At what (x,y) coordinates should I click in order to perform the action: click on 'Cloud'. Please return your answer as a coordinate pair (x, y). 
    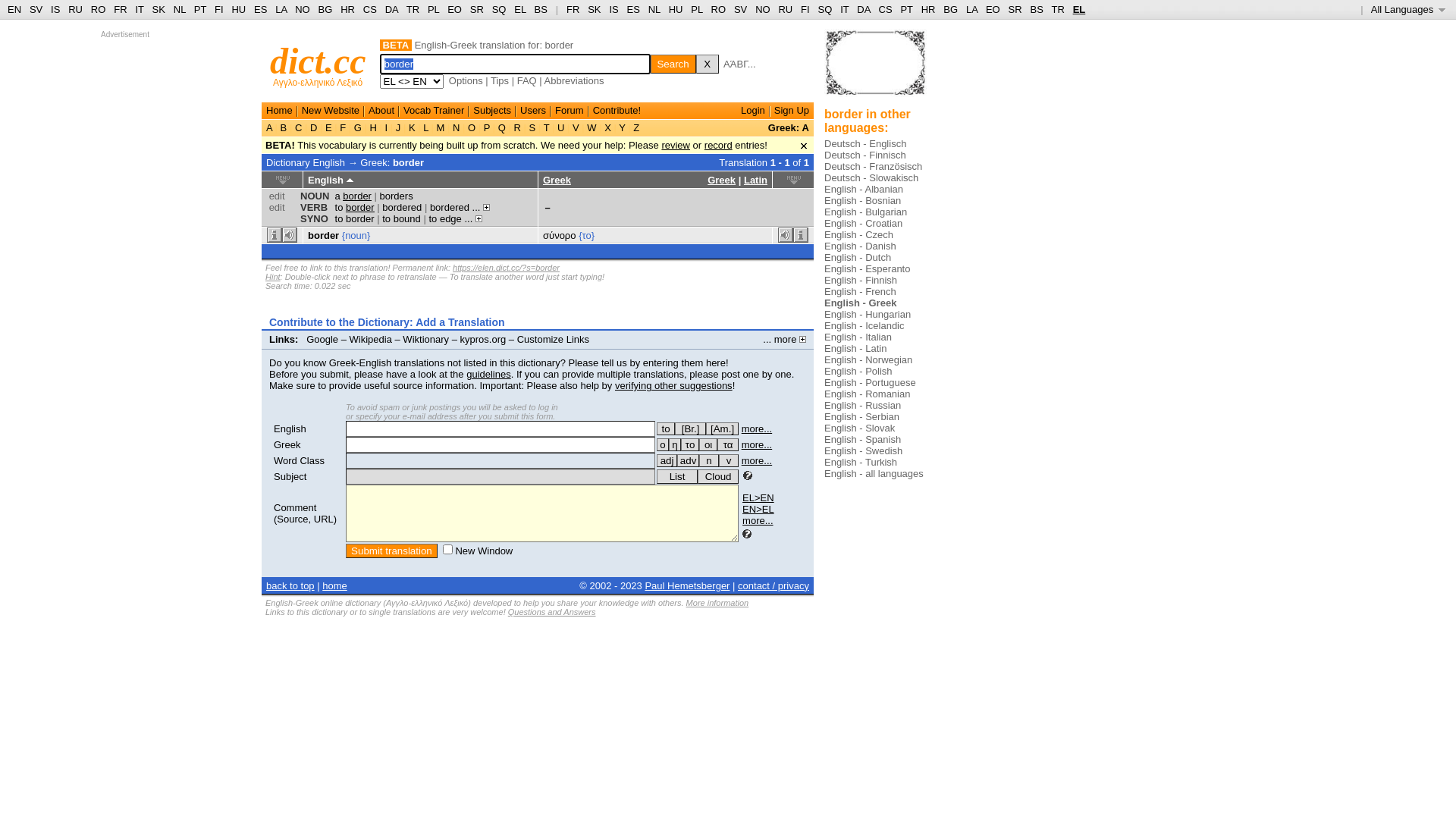
    Looking at the image, I should click on (717, 475).